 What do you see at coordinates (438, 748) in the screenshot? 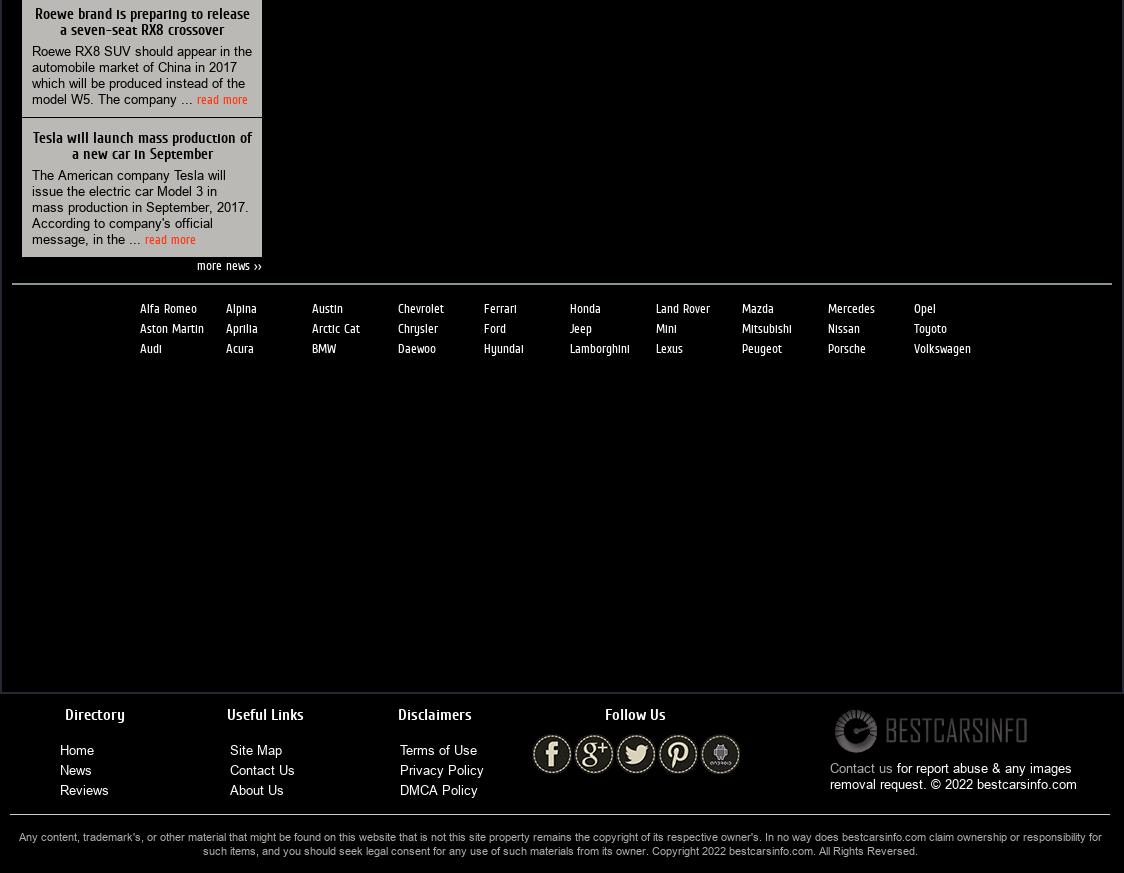
I see `'Terms of Use'` at bounding box center [438, 748].